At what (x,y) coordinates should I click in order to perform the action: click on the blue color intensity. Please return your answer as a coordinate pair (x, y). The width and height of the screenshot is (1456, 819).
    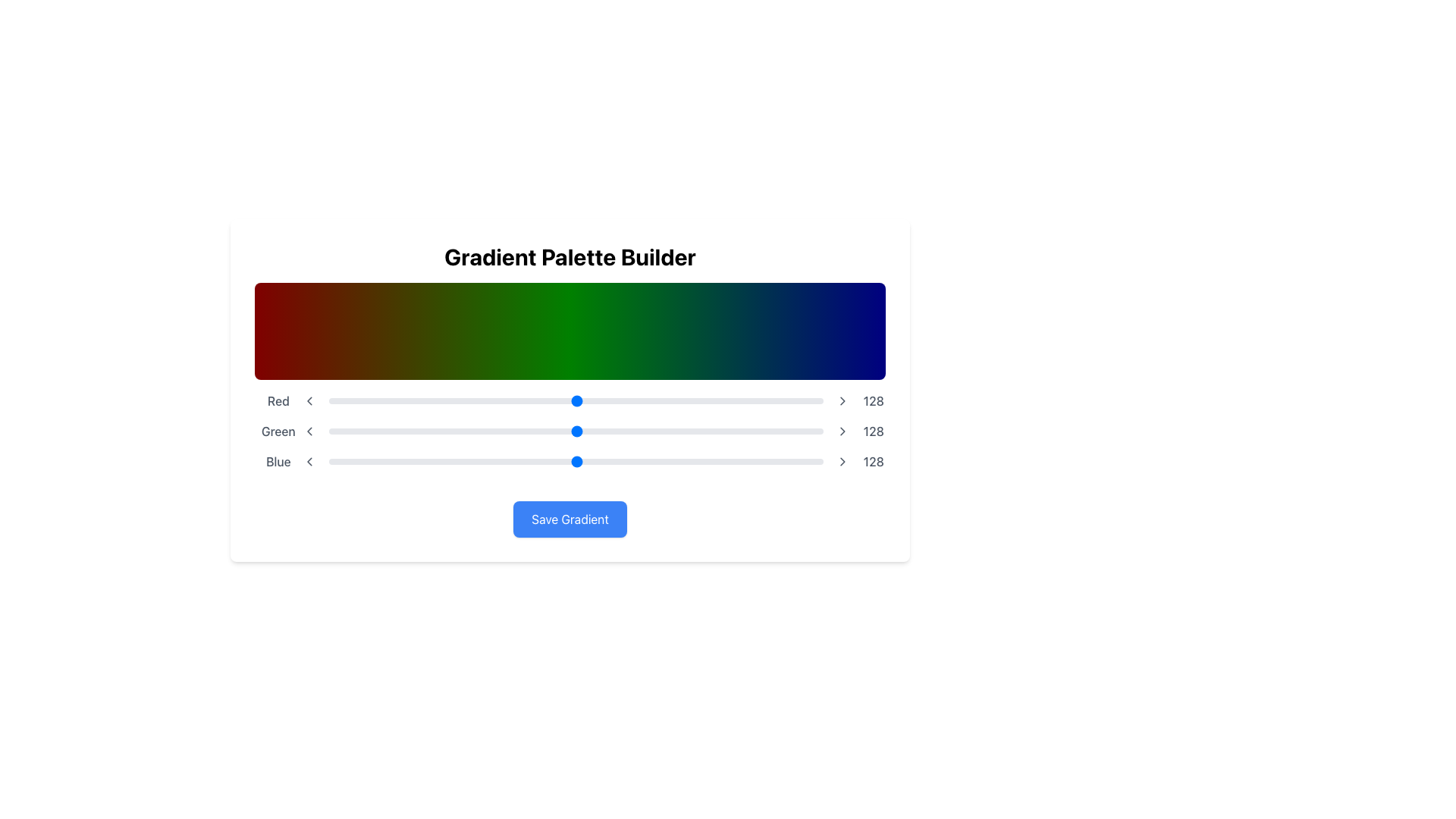
    Looking at the image, I should click on (466, 458).